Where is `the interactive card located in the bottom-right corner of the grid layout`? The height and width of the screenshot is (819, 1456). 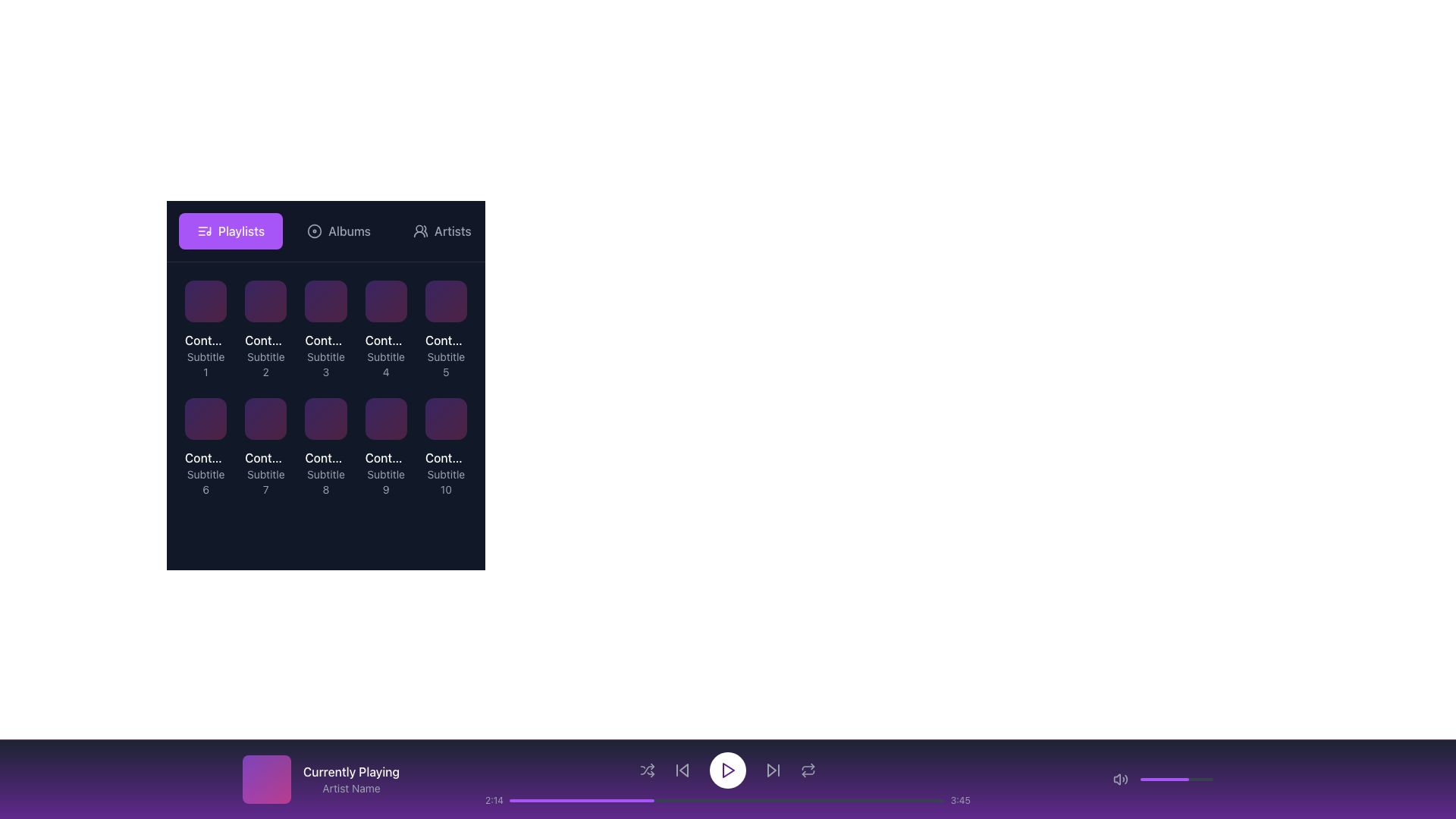
the interactive card located in the bottom-right corner of the grid layout is located at coordinates (445, 447).